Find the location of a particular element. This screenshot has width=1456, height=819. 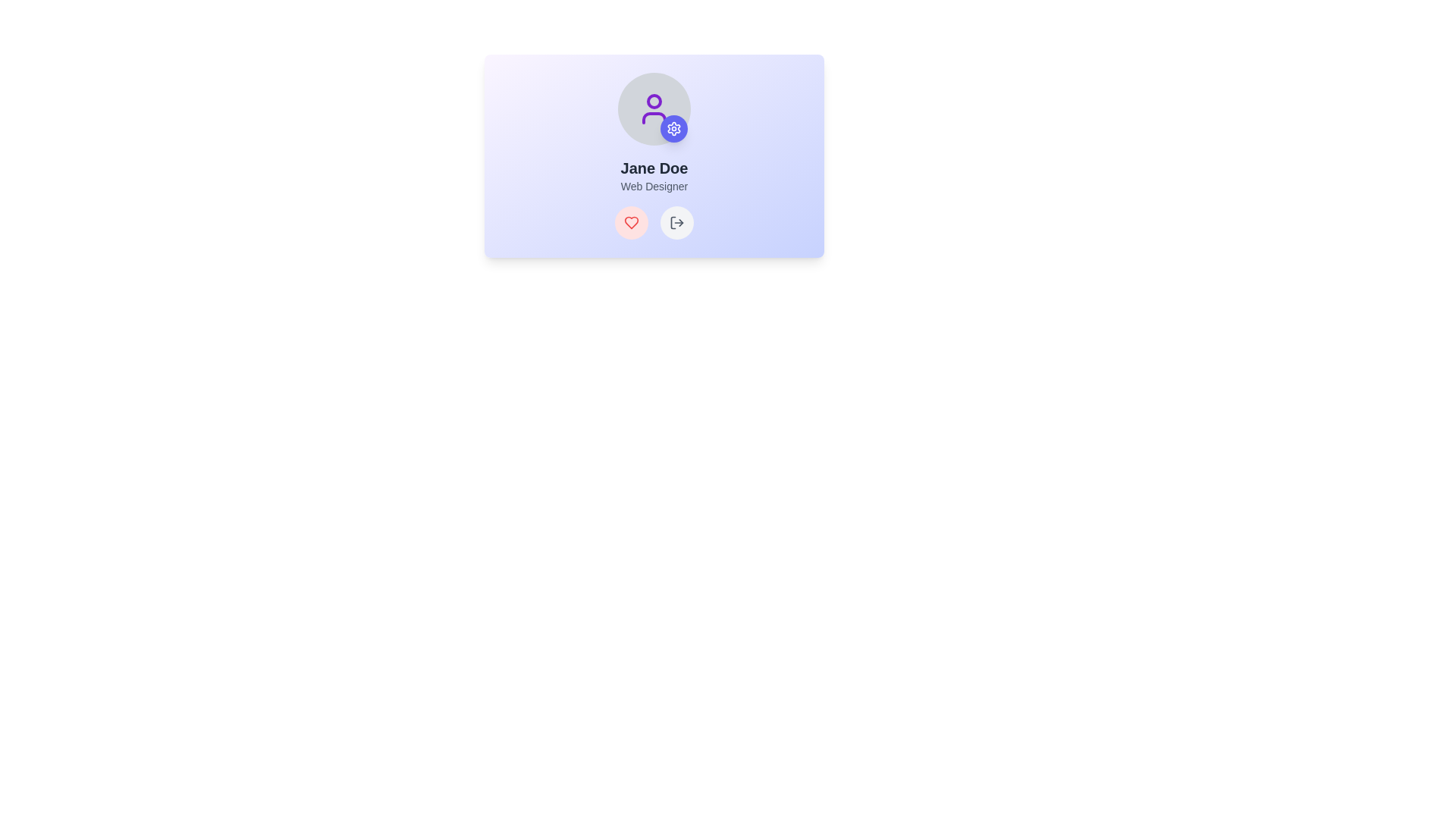

the rightward arrow icon button, which is located at the bottom right of the main card interface is located at coordinates (676, 222).